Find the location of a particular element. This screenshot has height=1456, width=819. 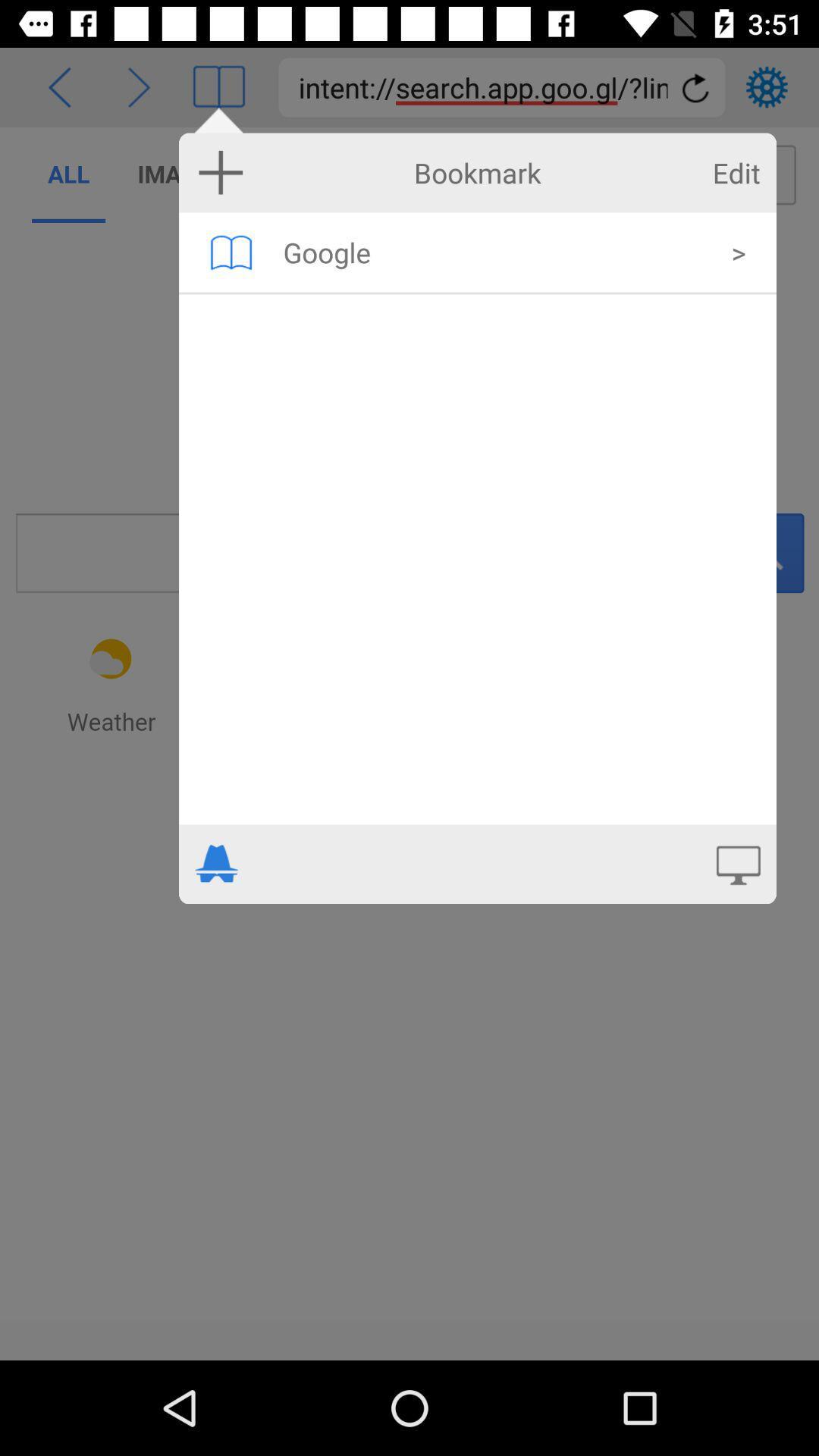

icon to the left of the google item is located at coordinates (231, 252).